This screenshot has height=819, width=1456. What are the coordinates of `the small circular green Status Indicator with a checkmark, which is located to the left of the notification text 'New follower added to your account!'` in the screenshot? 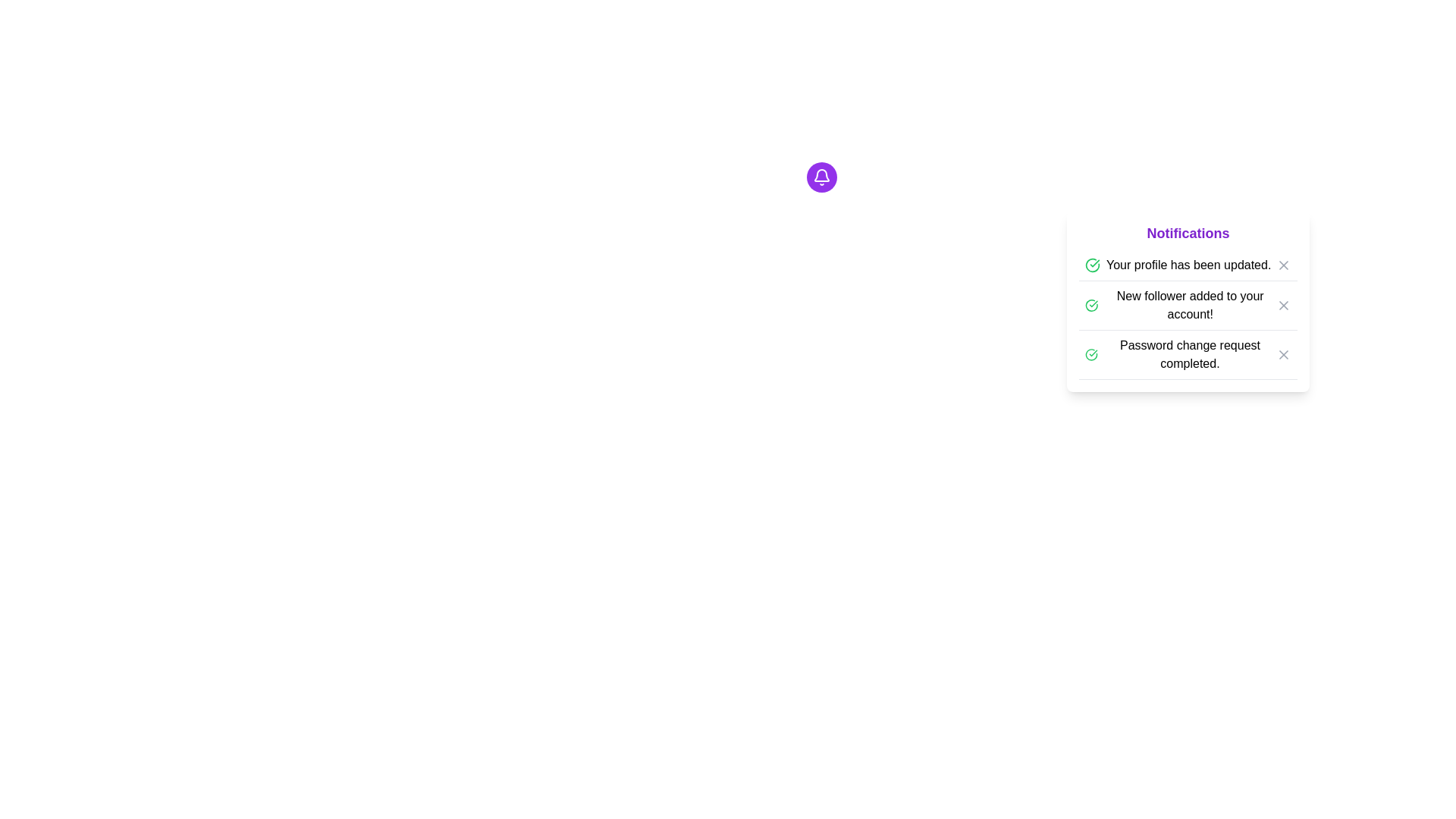 It's located at (1090, 305).